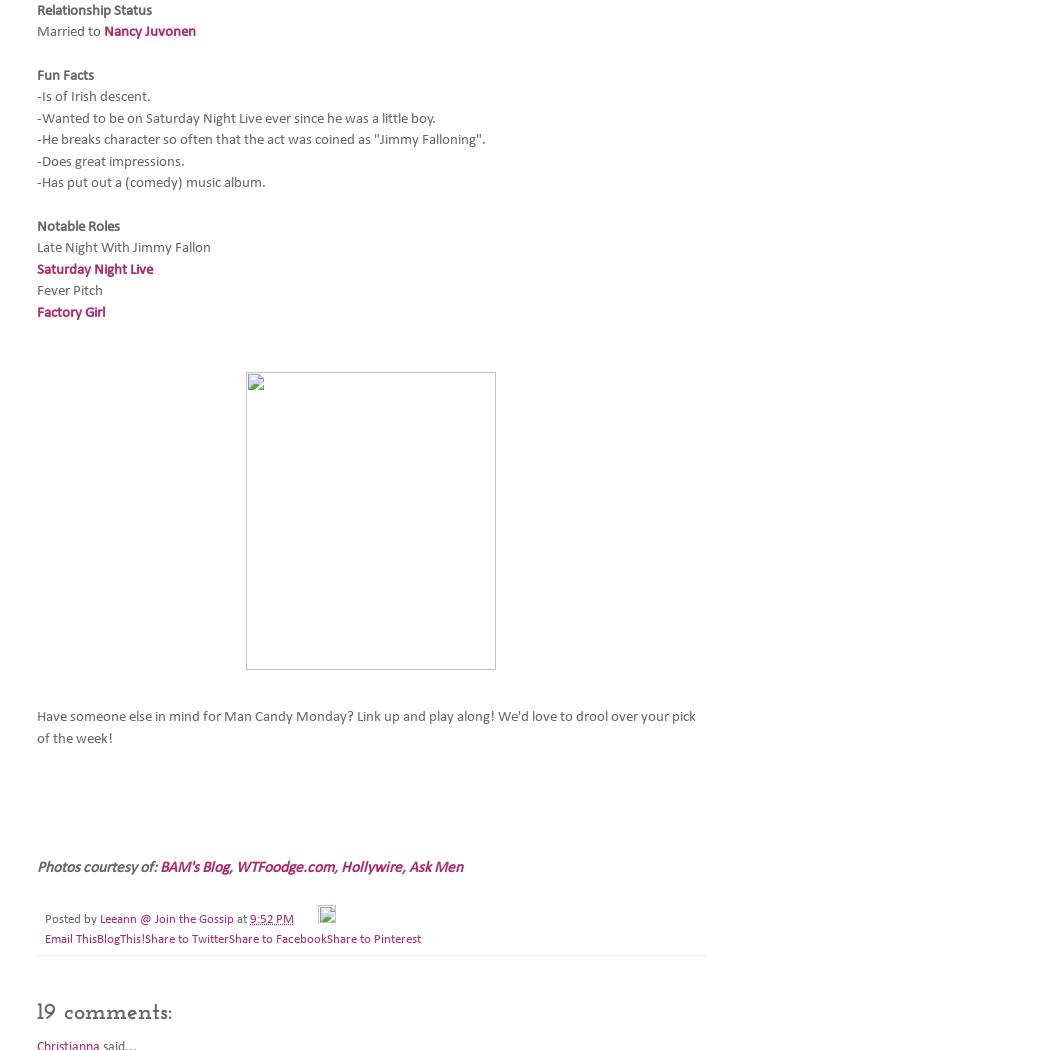  What do you see at coordinates (277, 938) in the screenshot?
I see `'Share to Facebook'` at bounding box center [277, 938].